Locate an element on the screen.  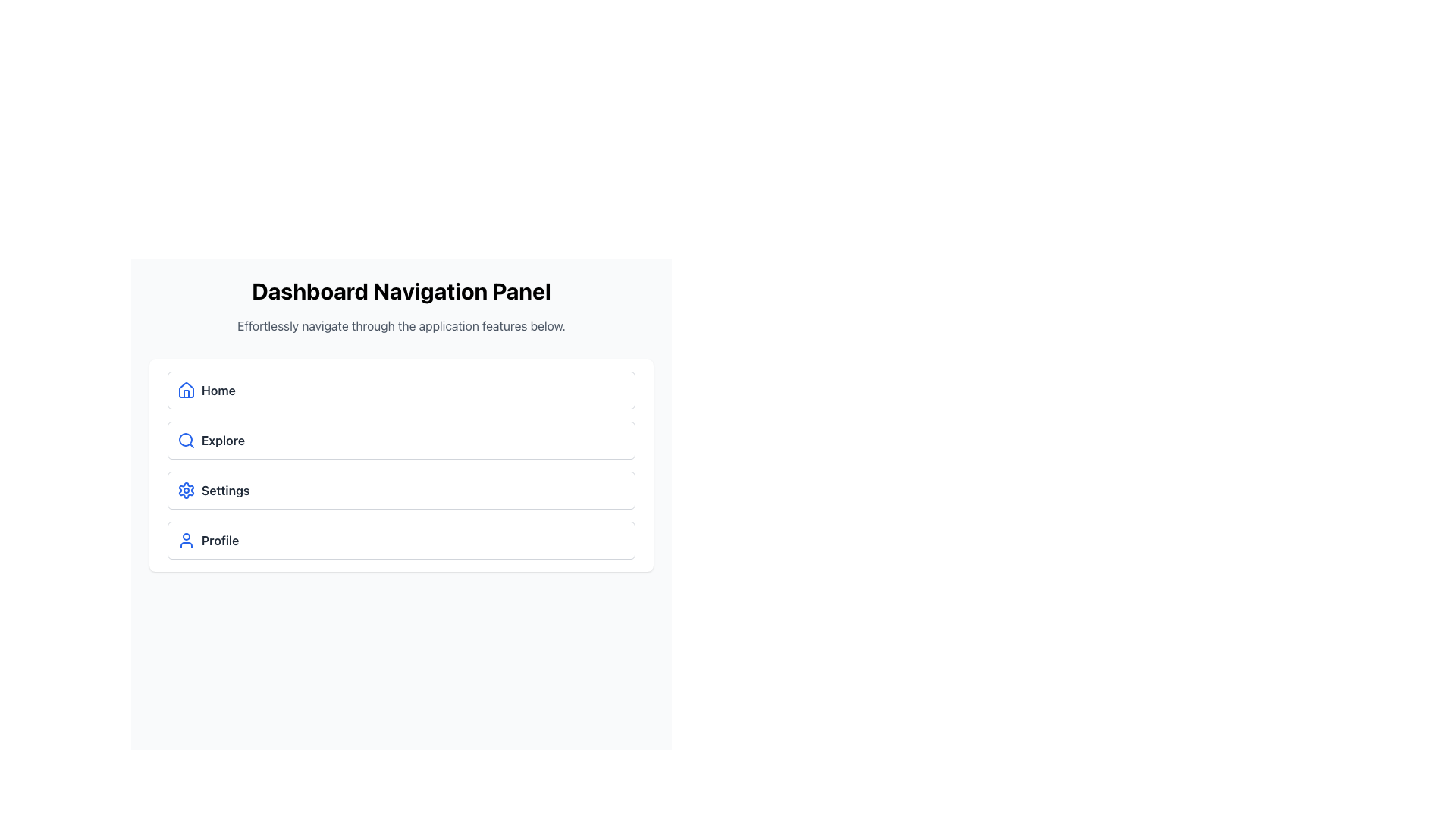
the 'Explore' navigation button, which is the second item in the vertical navigation list is located at coordinates (401, 441).